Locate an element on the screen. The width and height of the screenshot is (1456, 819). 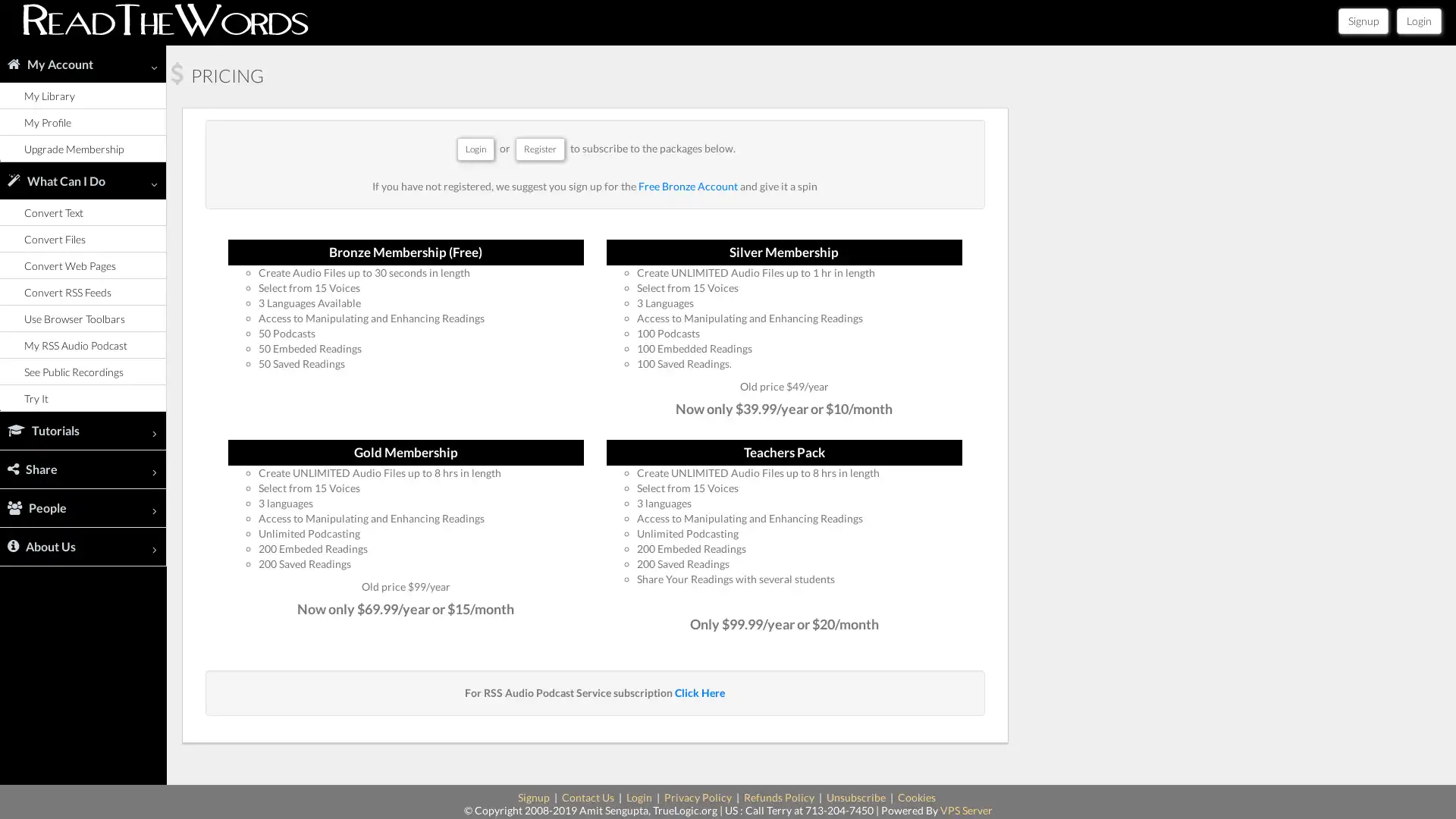
Login is located at coordinates (1418, 20).